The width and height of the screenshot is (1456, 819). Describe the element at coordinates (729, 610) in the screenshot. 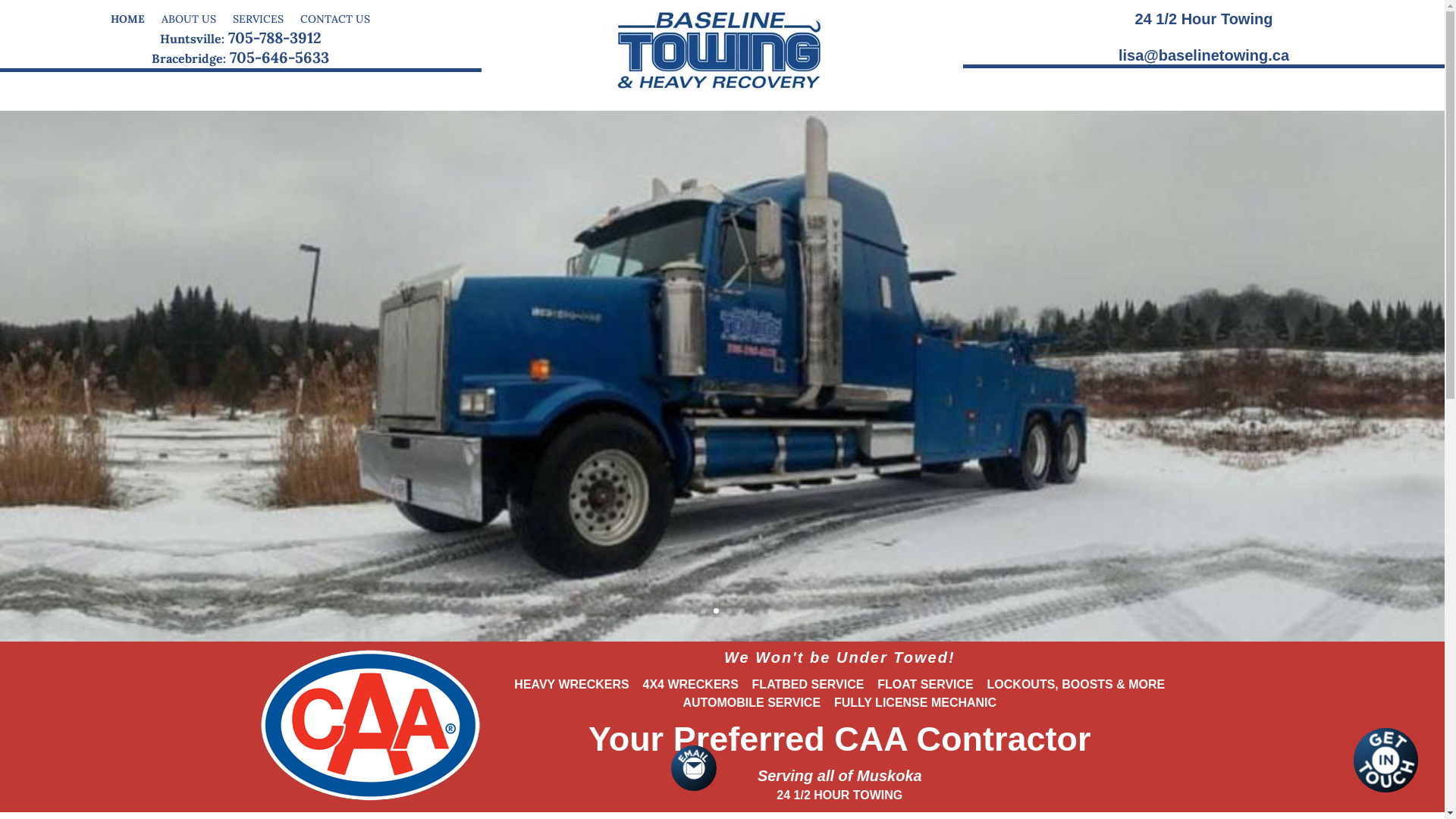

I see `'3'` at that location.